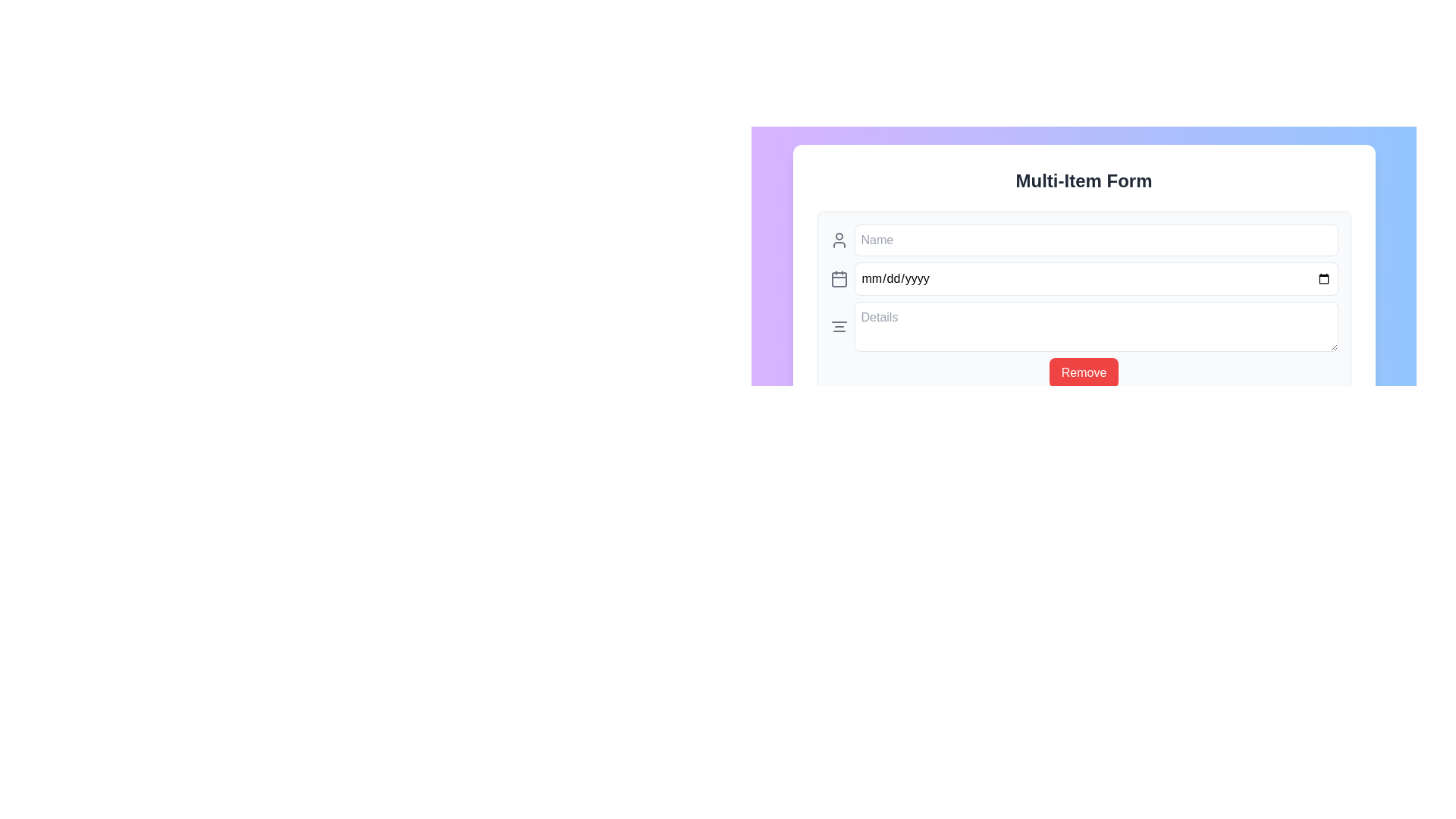 Image resolution: width=1456 pixels, height=819 pixels. I want to click on the 'Remove' button, so click(1083, 373).